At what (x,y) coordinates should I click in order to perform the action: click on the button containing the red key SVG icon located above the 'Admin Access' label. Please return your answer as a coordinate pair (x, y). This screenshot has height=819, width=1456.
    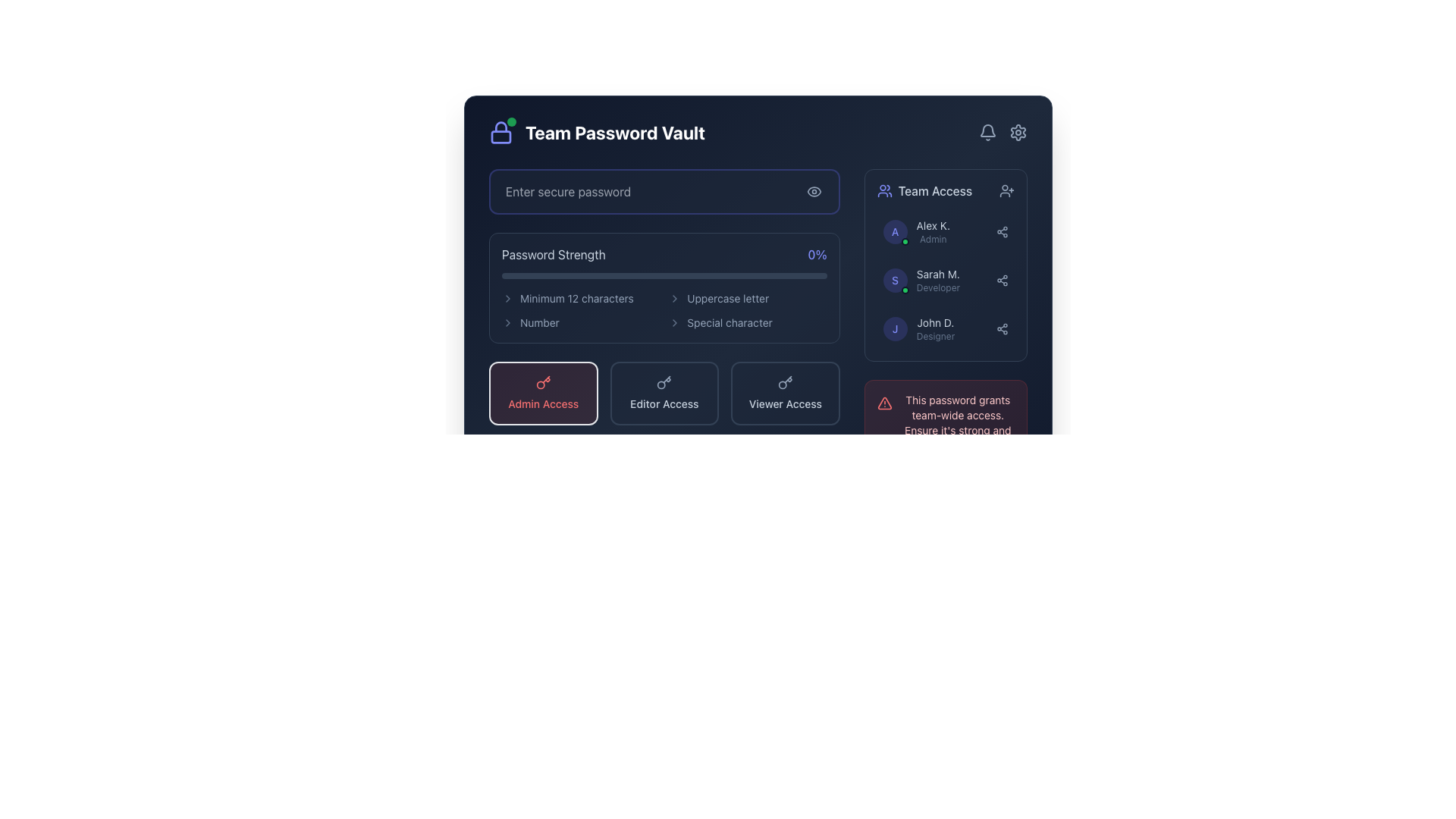
    Looking at the image, I should click on (543, 382).